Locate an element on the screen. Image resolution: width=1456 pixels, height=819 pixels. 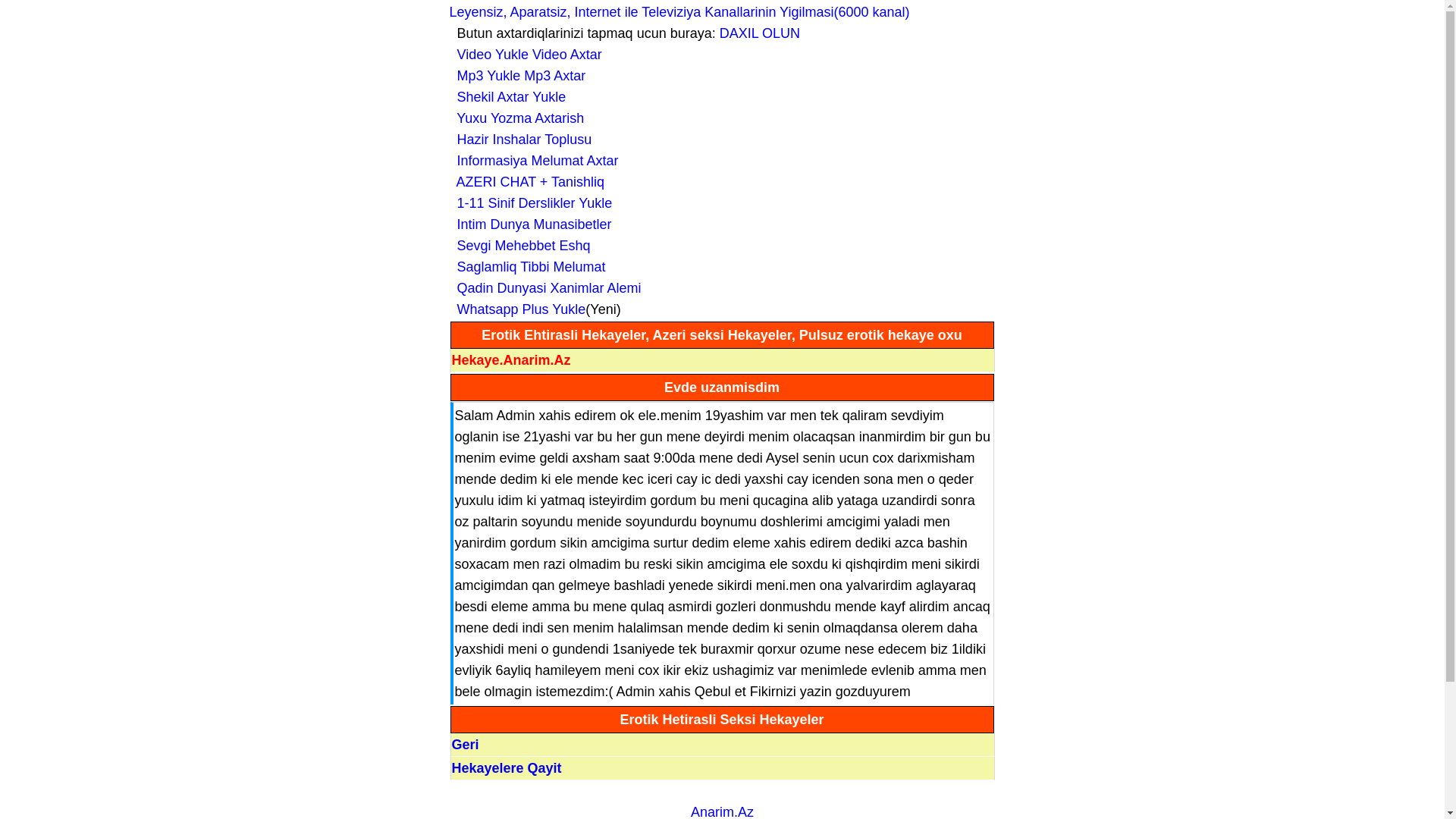
'  Qadin Dunyasi Xanimlar Alemi' is located at coordinates (544, 288).